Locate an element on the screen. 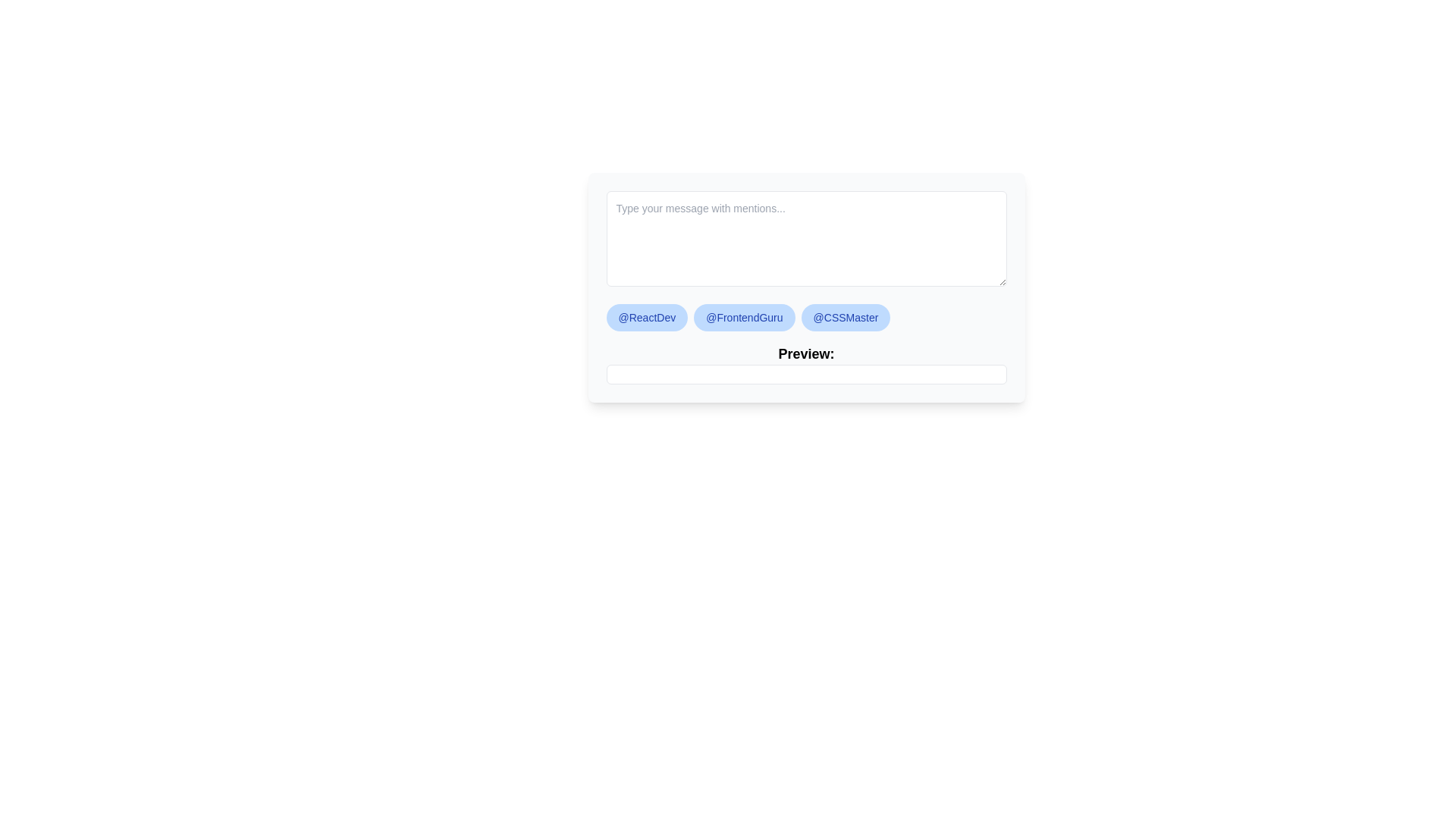  the interactive tag '@FrontendGuru' which is the second button in a row of three buttons, located near the bottom of a text input box is located at coordinates (744, 317).